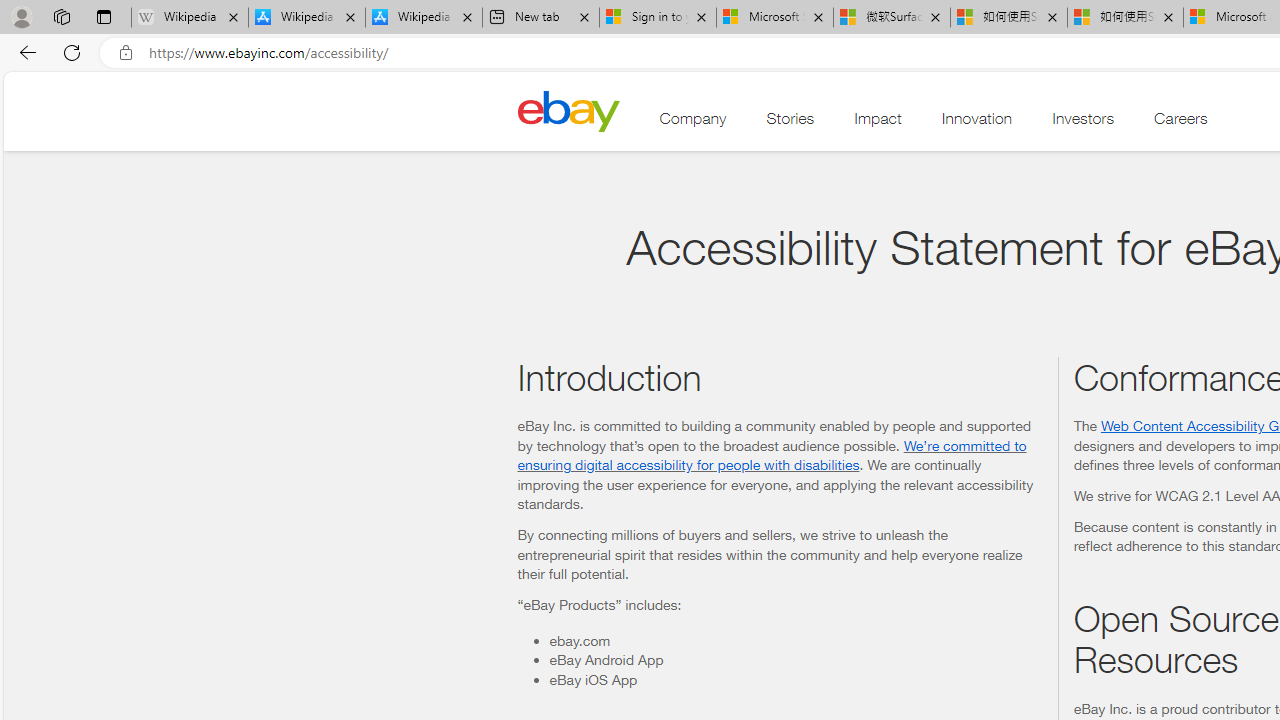  Describe the element at coordinates (878, 123) in the screenshot. I see `'Impact'` at that location.